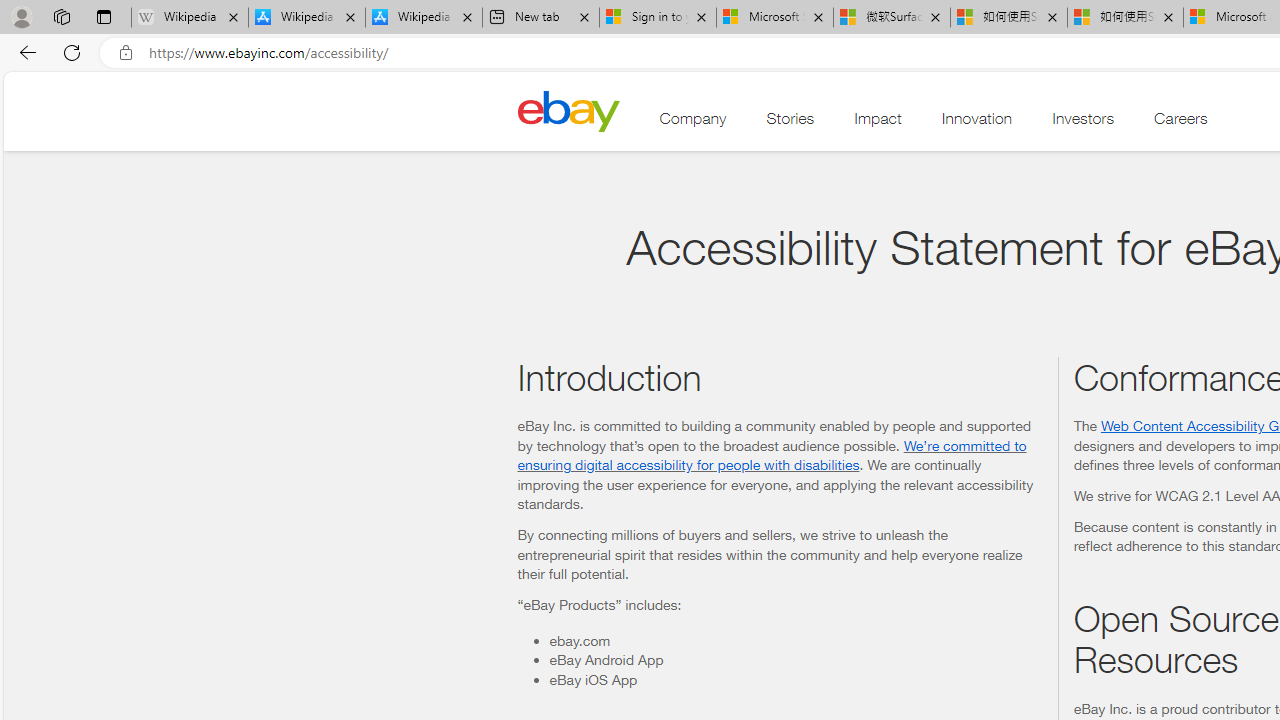  Describe the element at coordinates (878, 123) in the screenshot. I see `'Impact'` at that location.